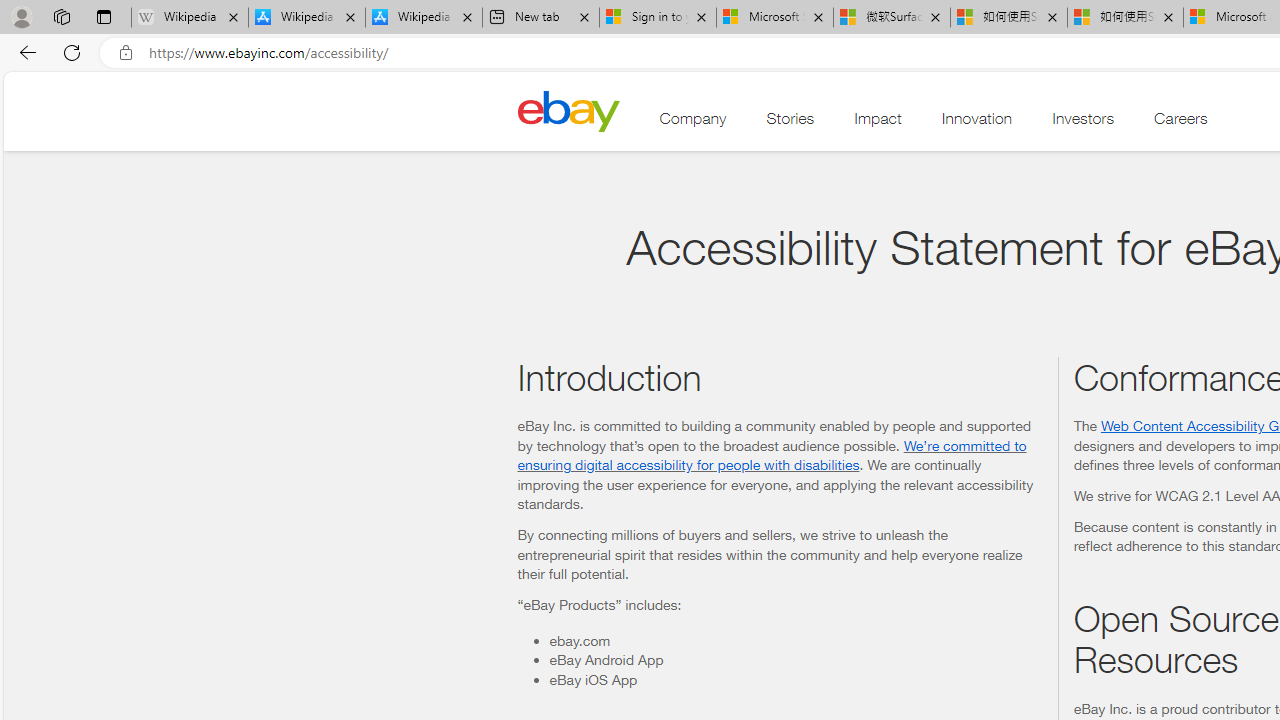  Describe the element at coordinates (878, 123) in the screenshot. I see `'Impact'` at that location.